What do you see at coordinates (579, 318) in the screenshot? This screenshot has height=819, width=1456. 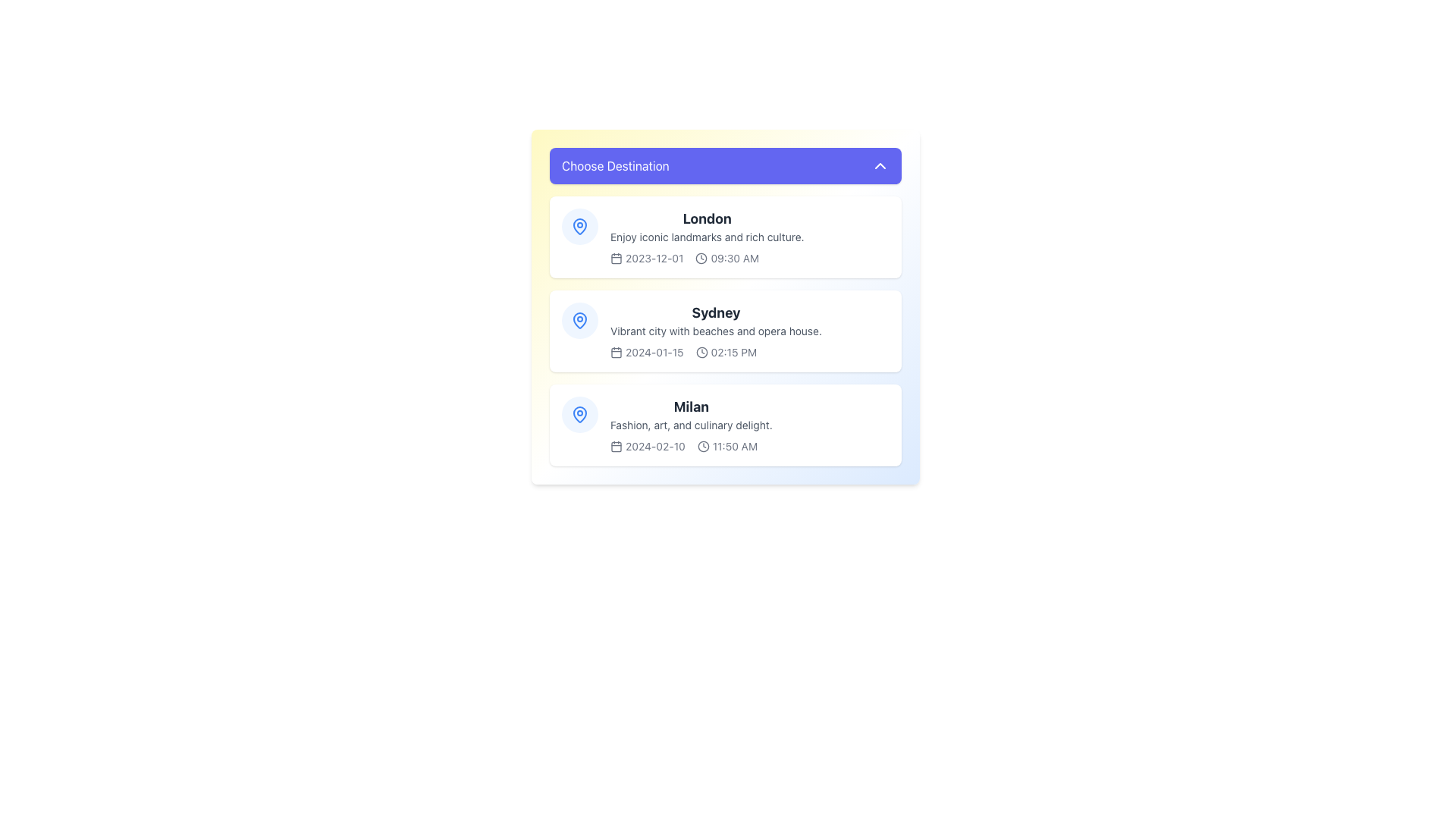 I see `the decorative SVG map pin icon indicating 'Sydney' in the vertical list of selectable options` at bounding box center [579, 318].